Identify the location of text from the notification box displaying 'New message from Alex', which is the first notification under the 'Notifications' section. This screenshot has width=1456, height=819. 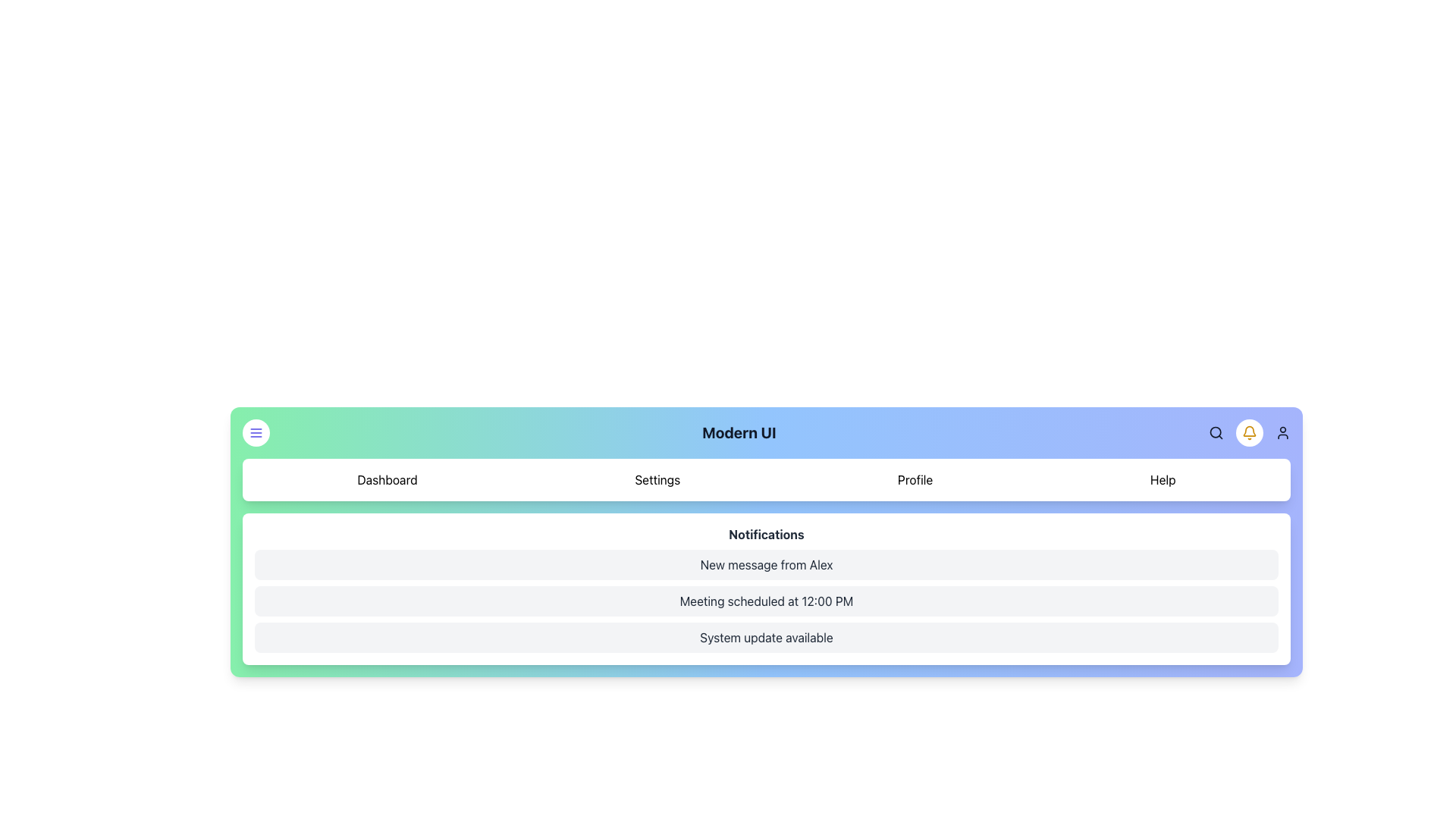
(767, 564).